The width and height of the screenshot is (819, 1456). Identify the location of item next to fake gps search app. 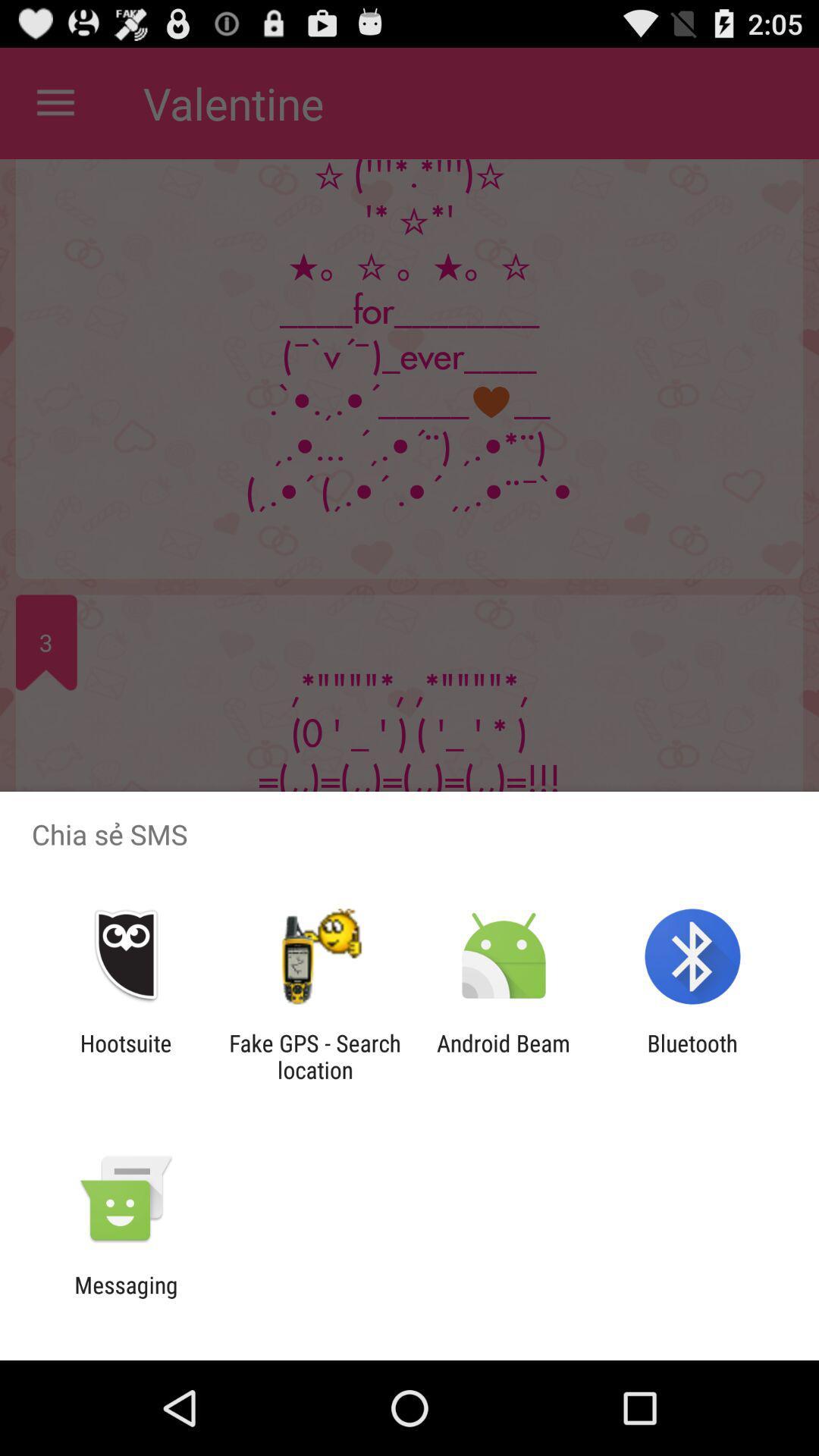
(125, 1056).